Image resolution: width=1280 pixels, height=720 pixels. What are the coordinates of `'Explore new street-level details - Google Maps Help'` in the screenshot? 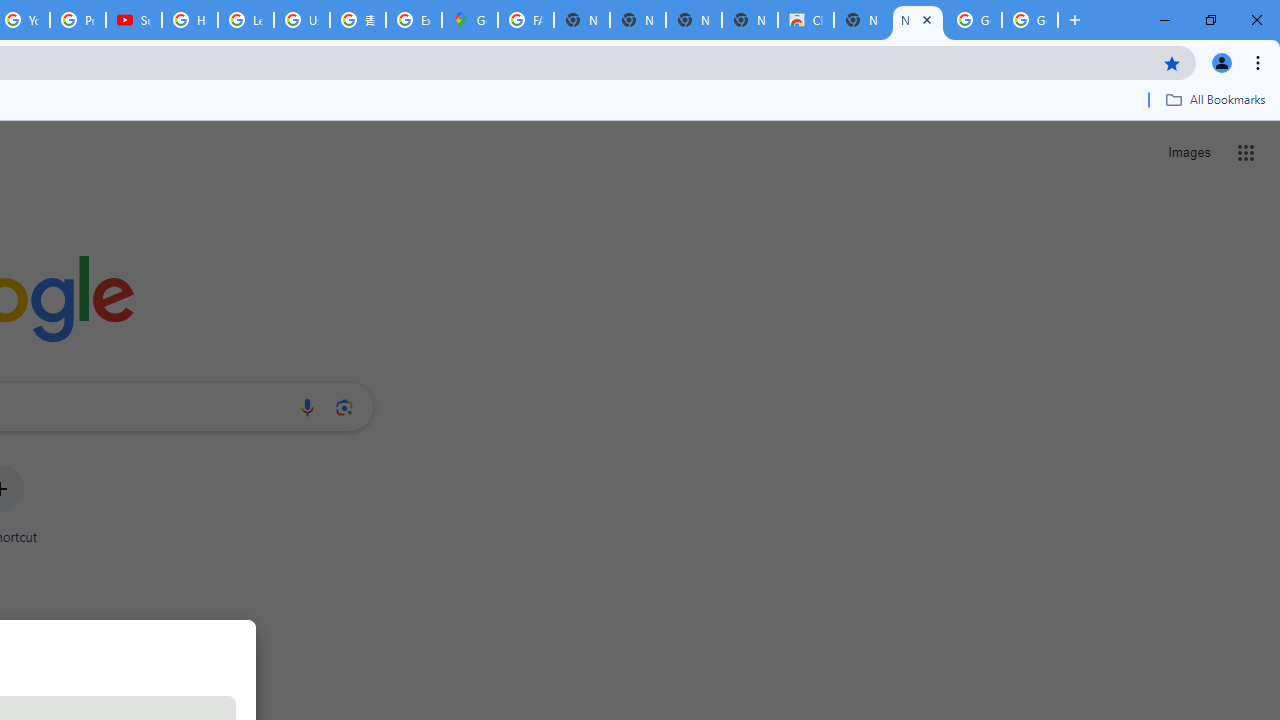 It's located at (413, 20).